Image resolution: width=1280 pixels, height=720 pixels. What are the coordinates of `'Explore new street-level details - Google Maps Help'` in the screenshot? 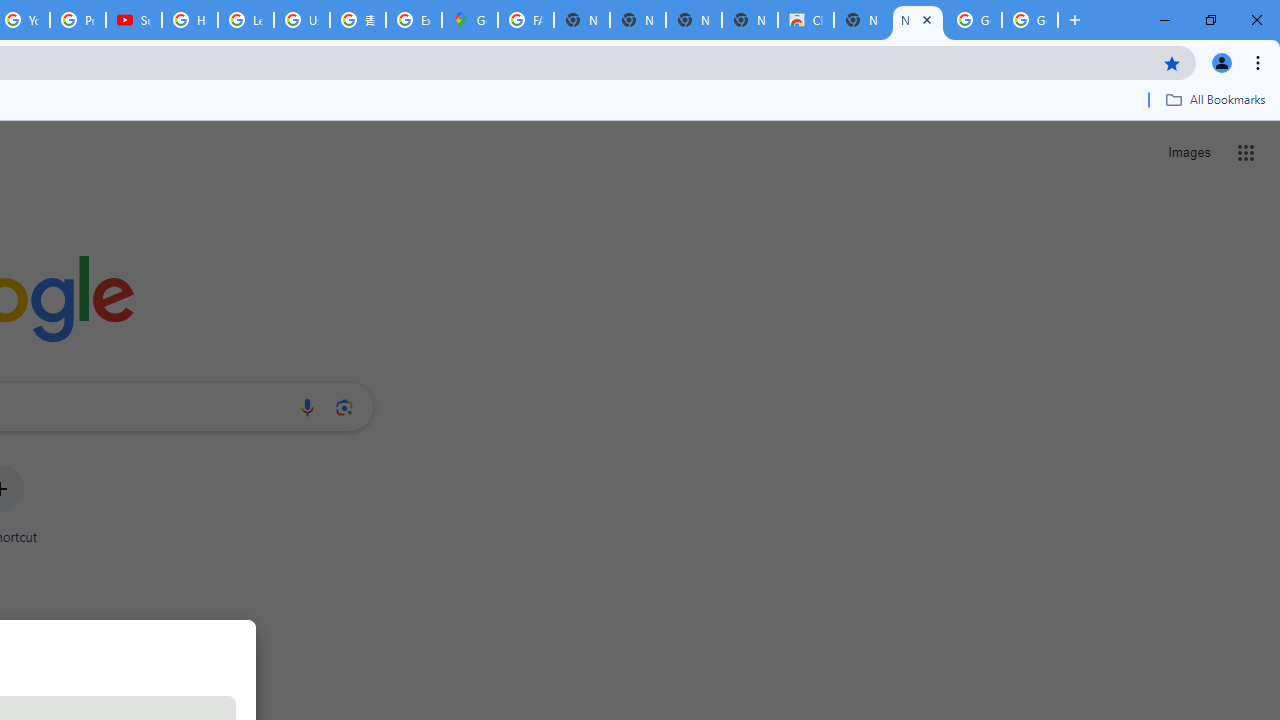 It's located at (413, 20).